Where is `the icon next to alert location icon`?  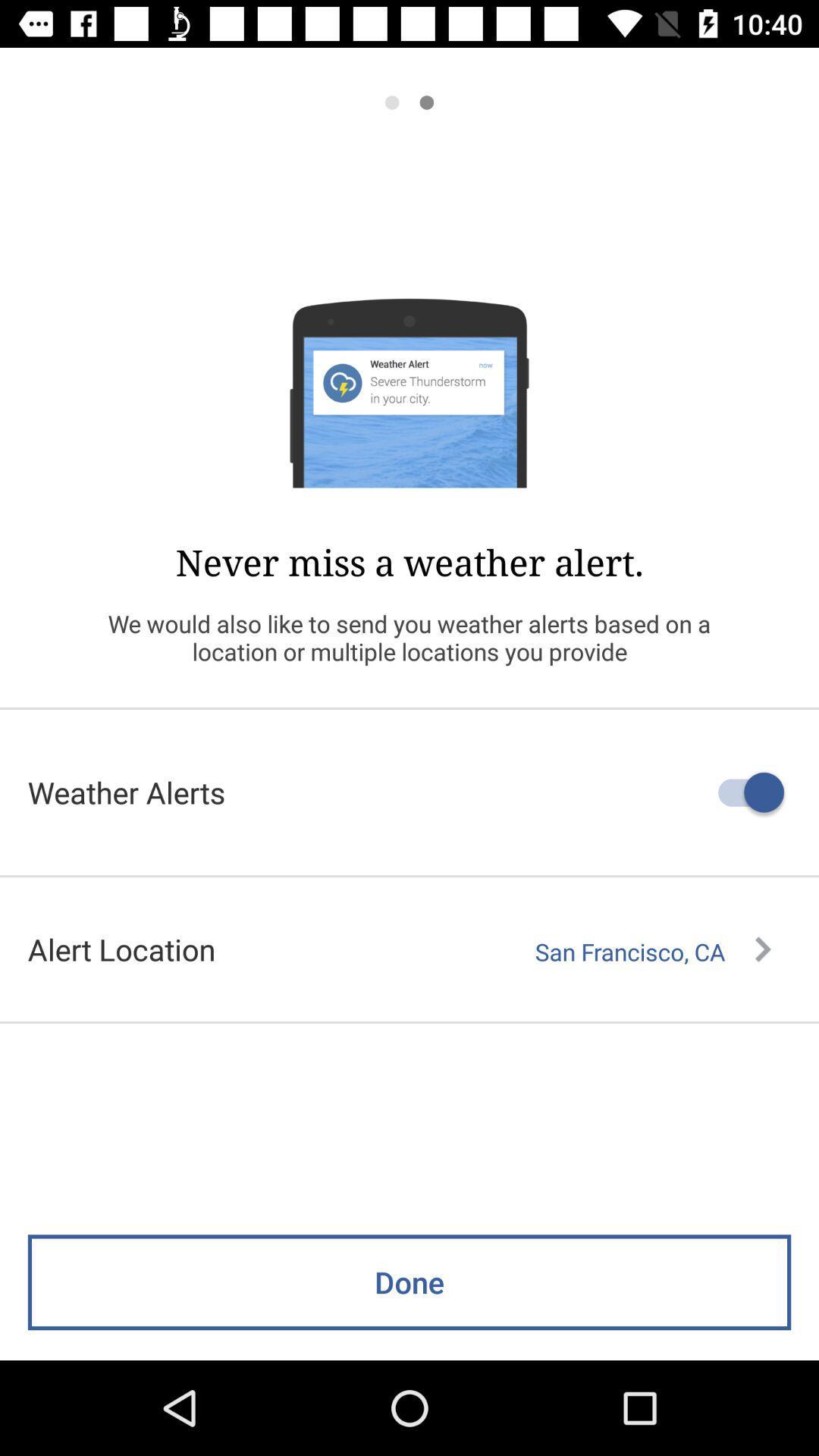
the icon next to alert location icon is located at coordinates (652, 951).